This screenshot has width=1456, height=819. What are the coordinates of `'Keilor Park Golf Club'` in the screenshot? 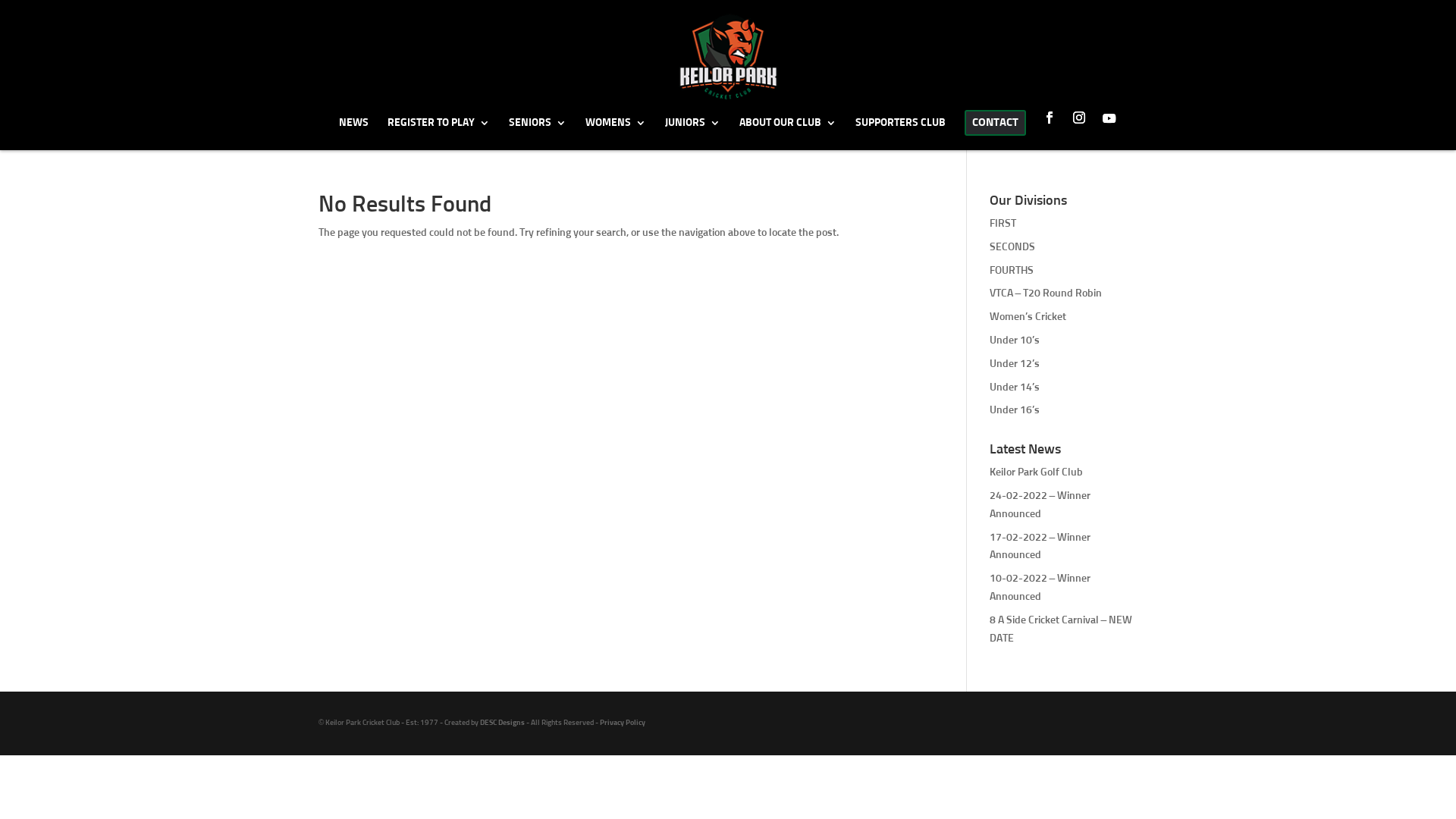 It's located at (1035, 472).